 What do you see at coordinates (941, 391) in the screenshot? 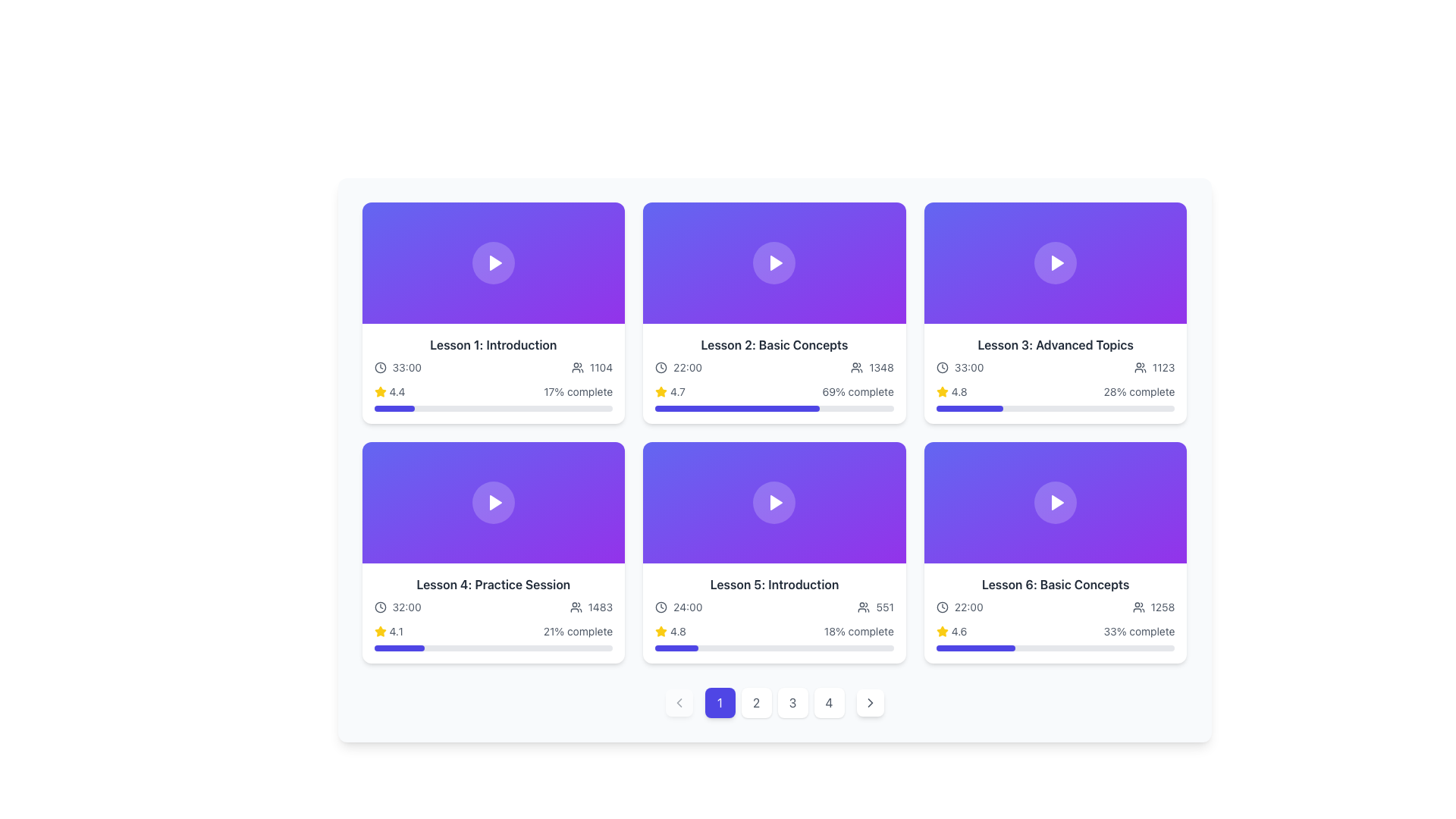
I see `the rating icon located to the left of the text '4.8' in the 'Lesson 3: Advanced Topics' card` at bounding box center [941, 391].